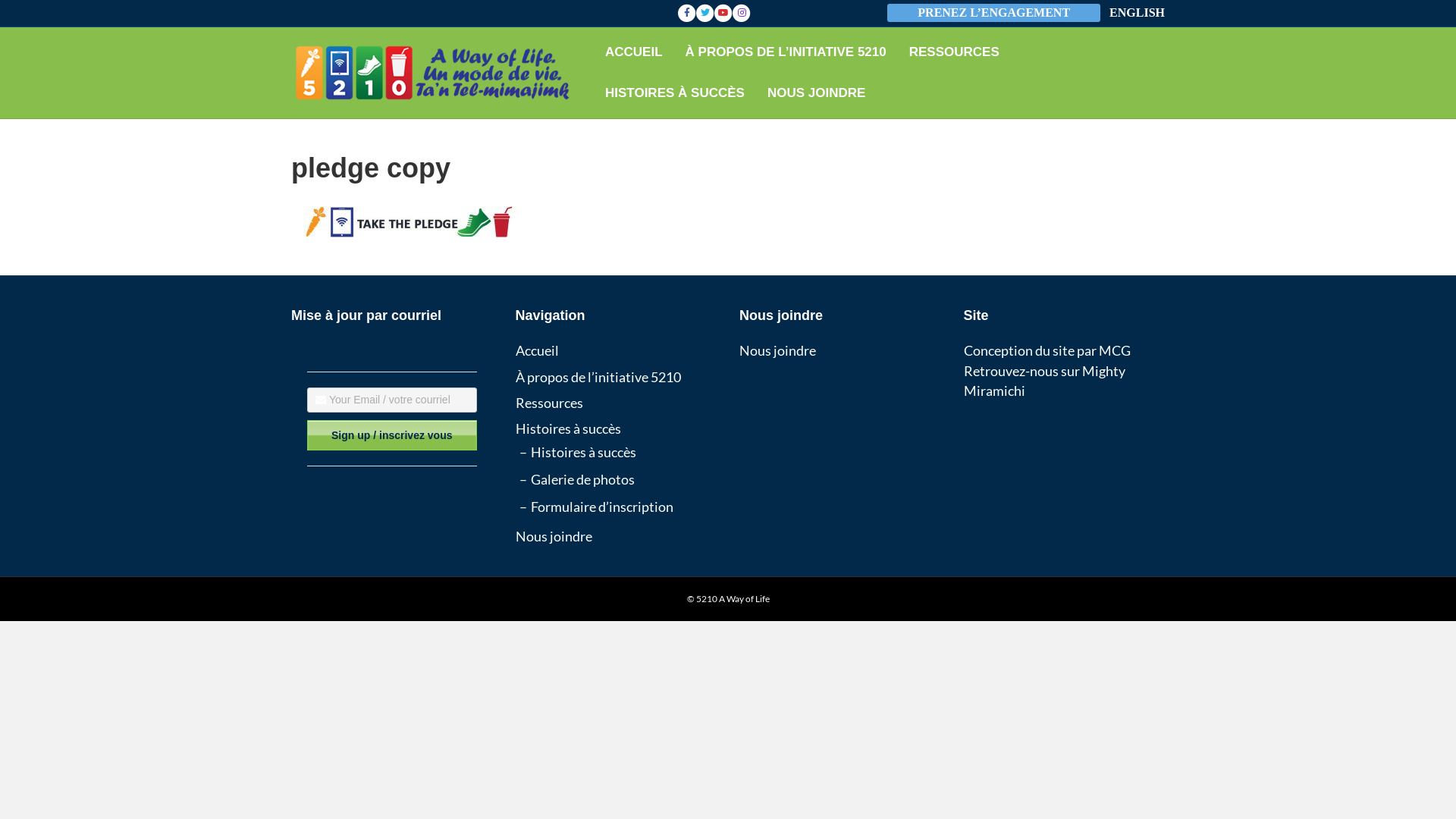 This screenshot has height=819, width=1456. Describe the element at coordinates (815, 93) in the screenshot. I see `'NOUS JOINDRE'` at that location.